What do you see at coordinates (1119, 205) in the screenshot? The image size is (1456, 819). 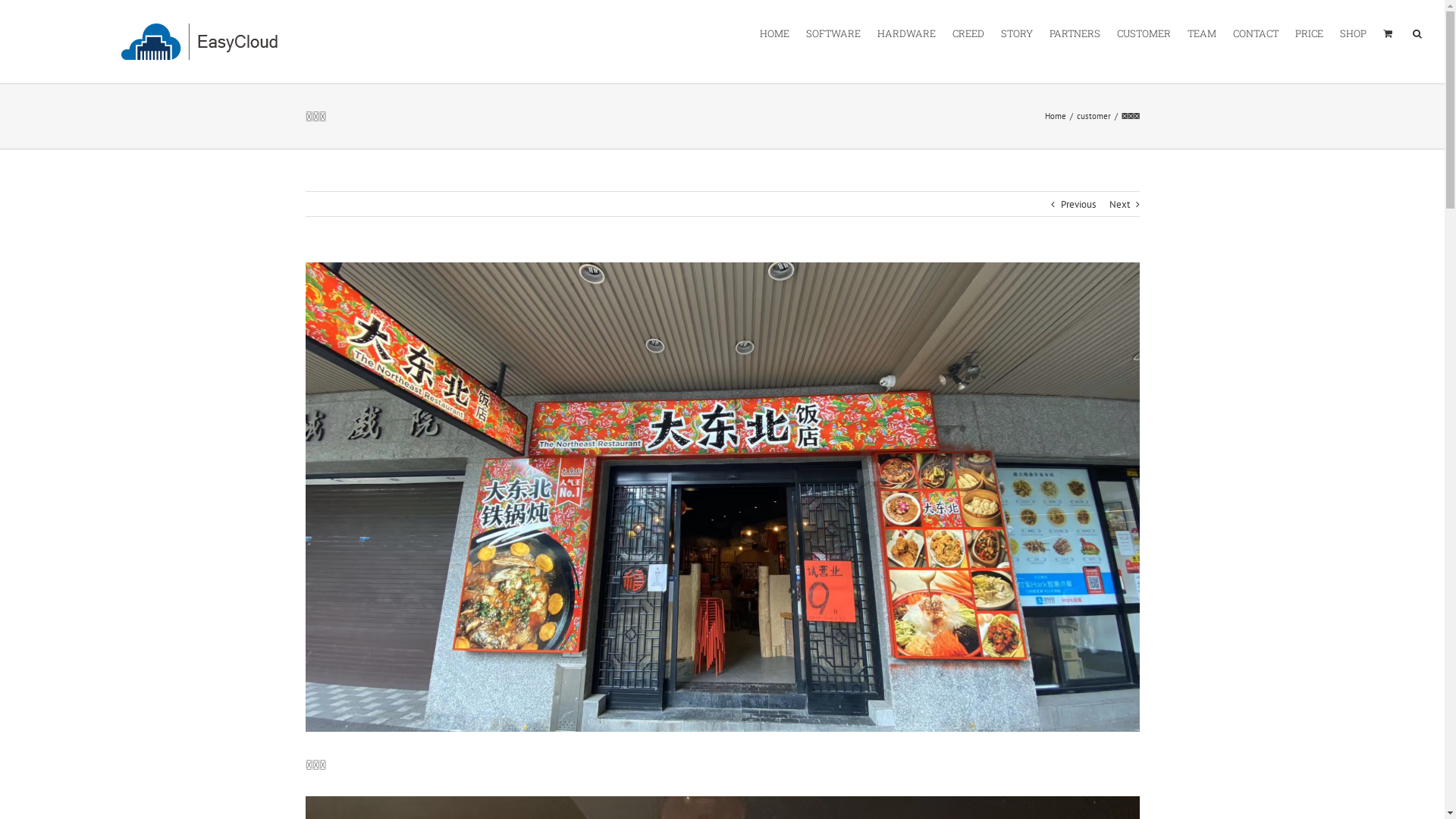 I see `'Next'` at bounding box center [1119, 205].